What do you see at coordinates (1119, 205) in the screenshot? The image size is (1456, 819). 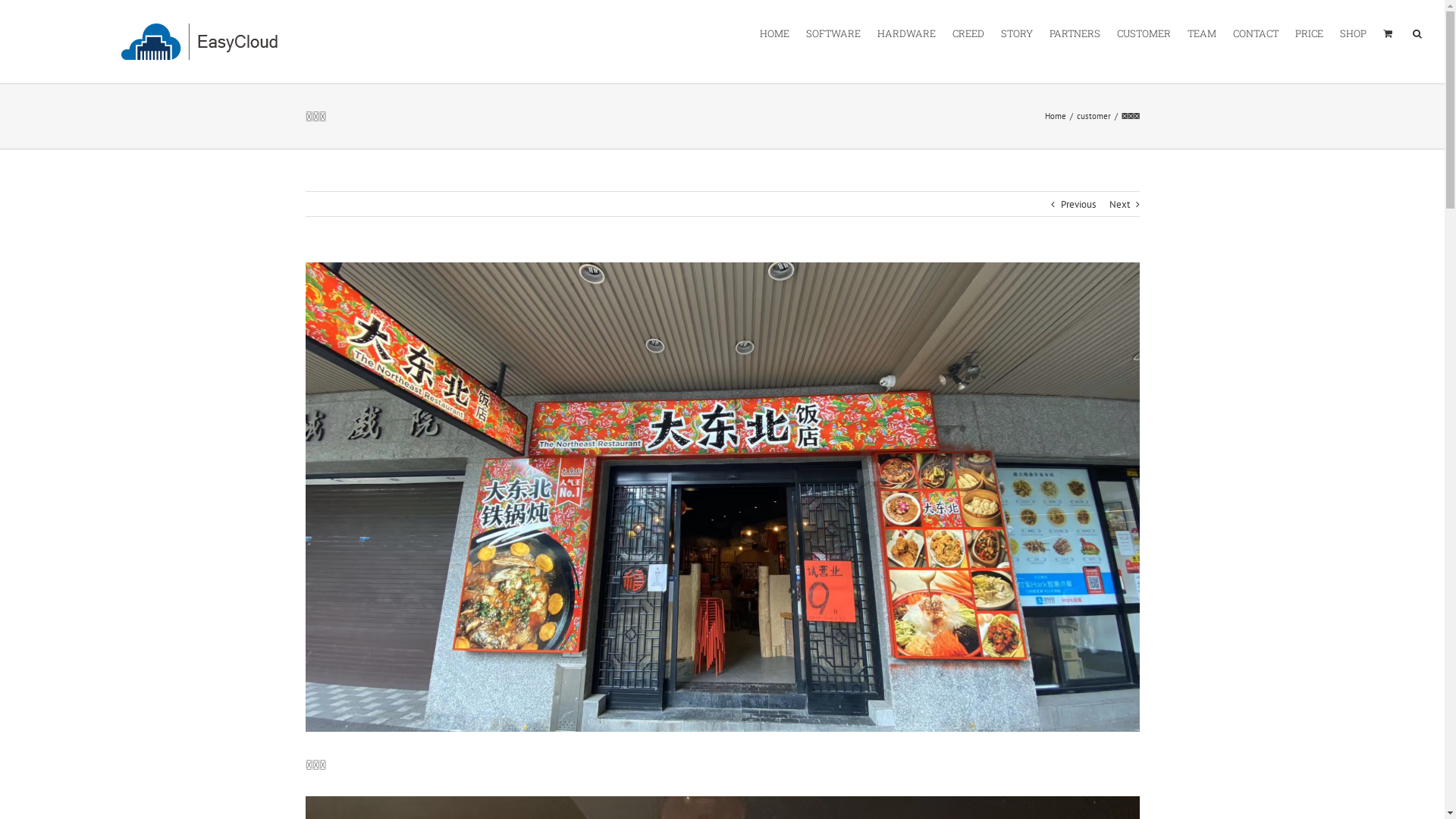 I see `'Next'` at bounding box center [1119, 205].